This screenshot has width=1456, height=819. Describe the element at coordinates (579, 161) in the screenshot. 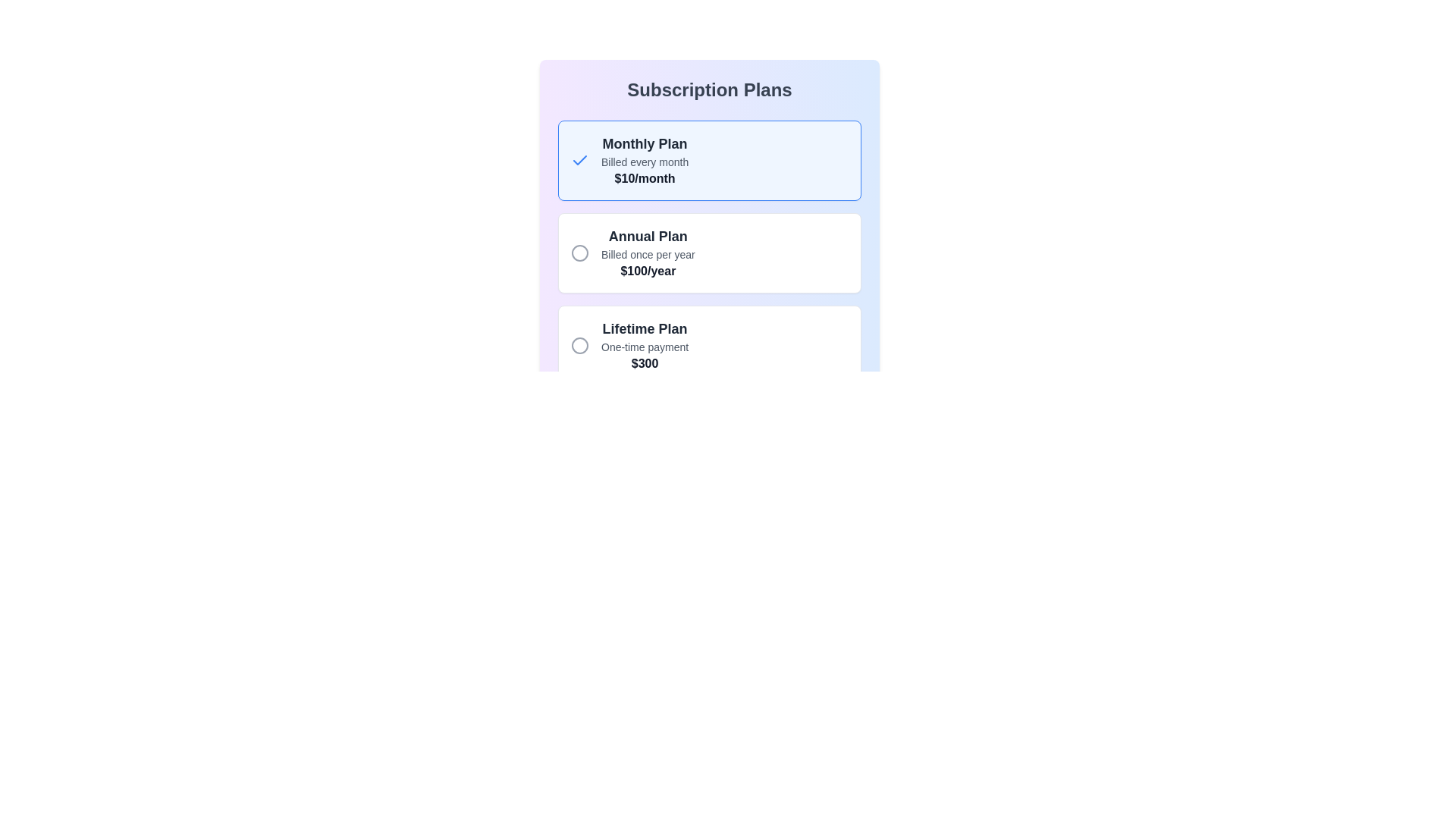

I see `the visual state of the blue checkmark icon located to the left of the 'Monthly Plan' text in the subscription options` at that location.